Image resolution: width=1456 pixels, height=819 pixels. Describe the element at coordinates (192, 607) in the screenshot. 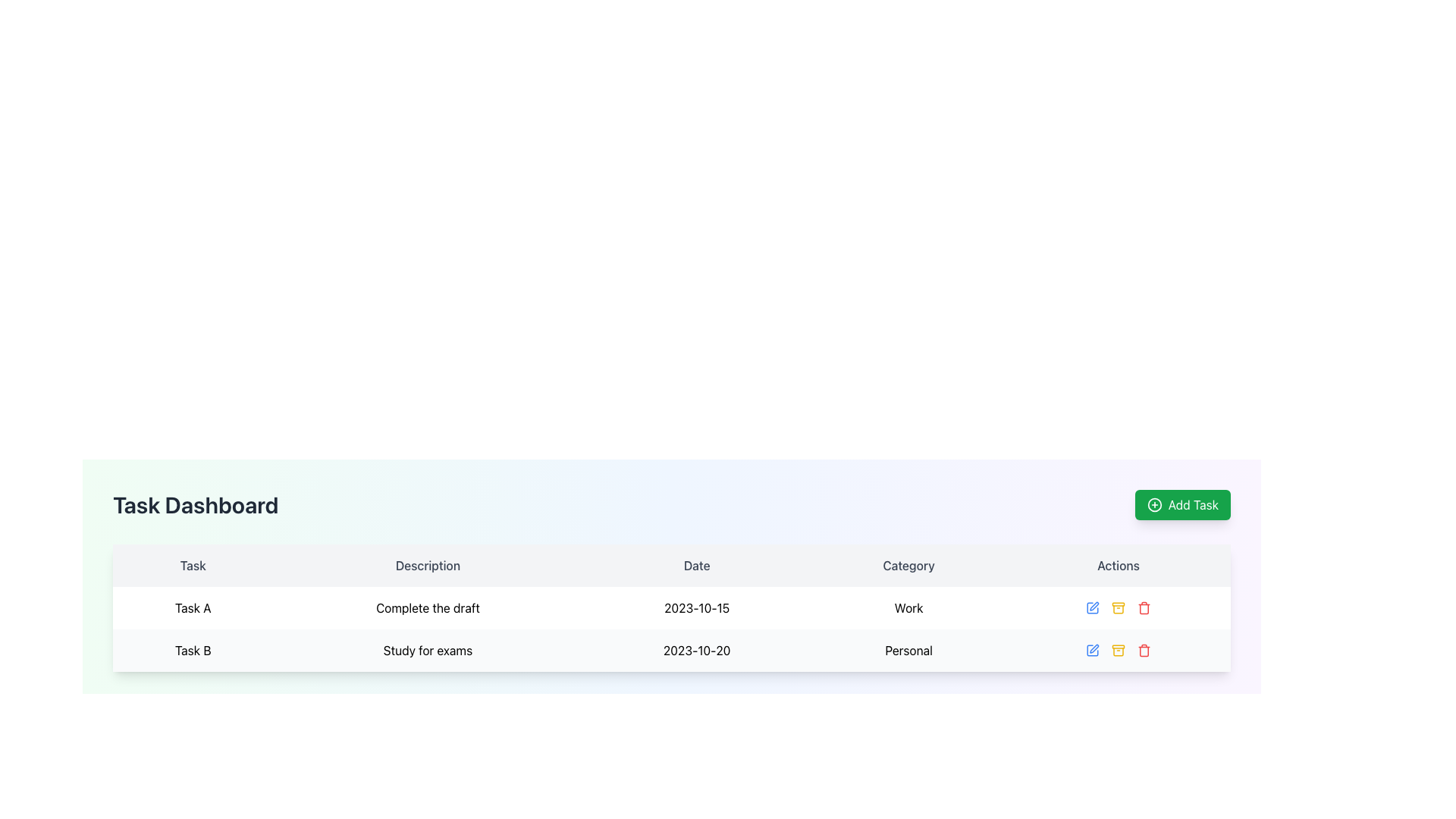

I see `the Text Label indicating the title or name of a task` at that location.